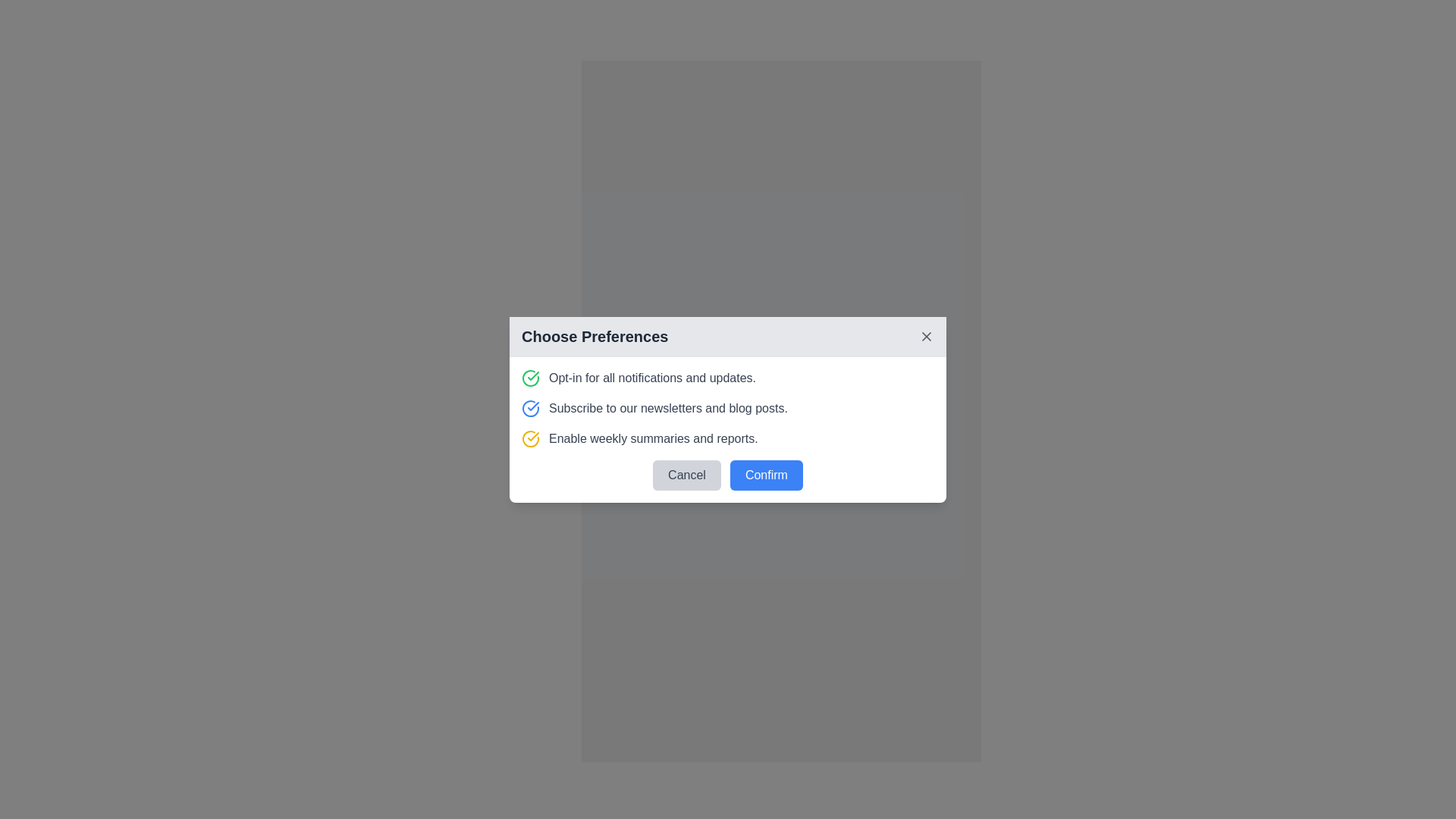 This screenshot has width=1456, height=819. What do you see at coordinates (728, 406) in the screenshot?
I see `to select the option labeled 'Subscribe to our newsletters and blog posts.' which is the second option under the 'Choose Preferences' heading` at bounding box center [728, 406].